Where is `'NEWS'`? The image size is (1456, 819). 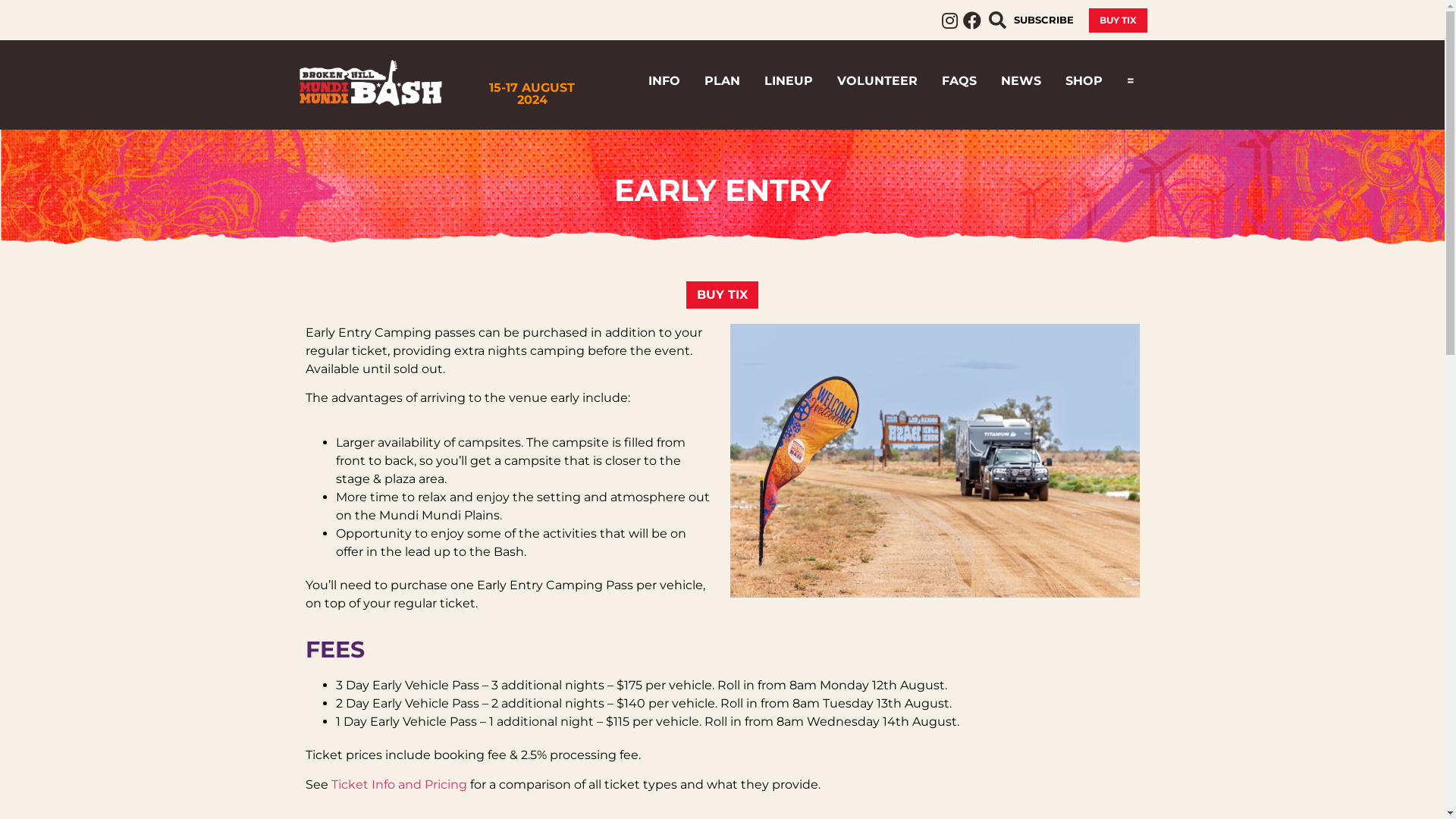 'NEWS' is located at coordinates (1021, 81).